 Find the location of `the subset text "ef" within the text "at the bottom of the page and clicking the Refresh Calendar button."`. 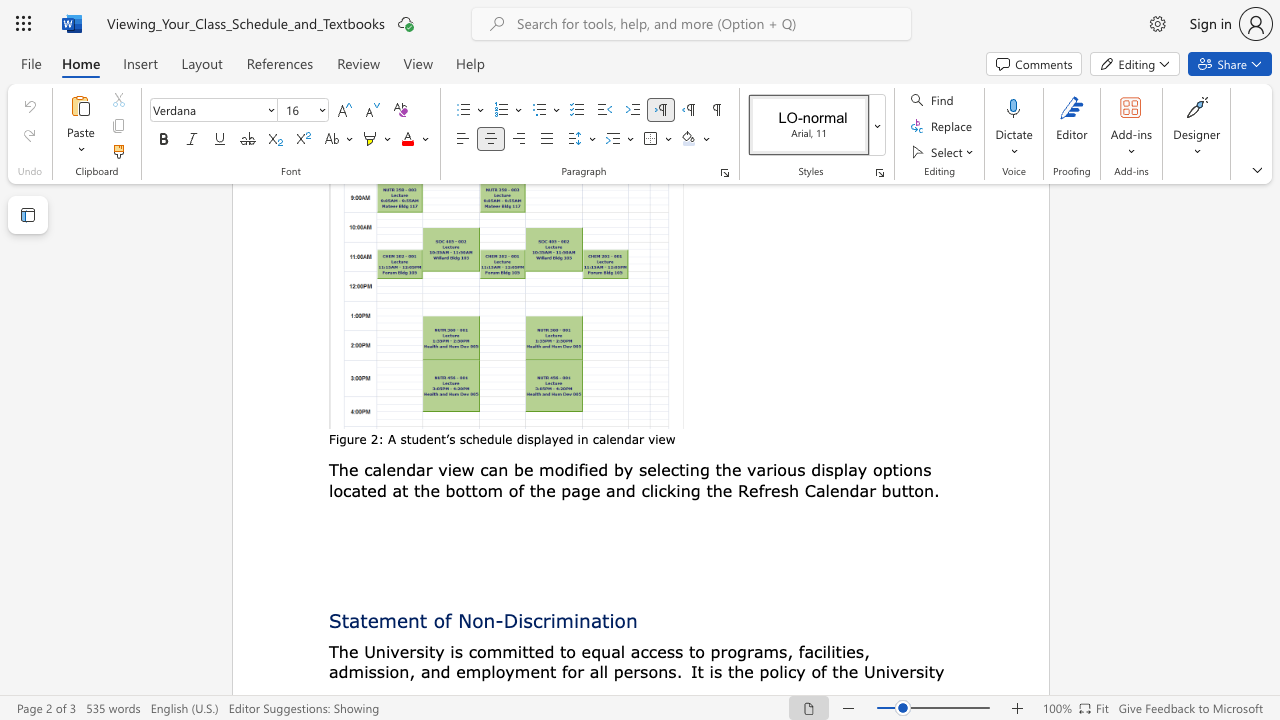

the subset text "ef" within the text "at the bottom of the page and clicking the Refresh Calendar button." is located at coordinates (748, 490).